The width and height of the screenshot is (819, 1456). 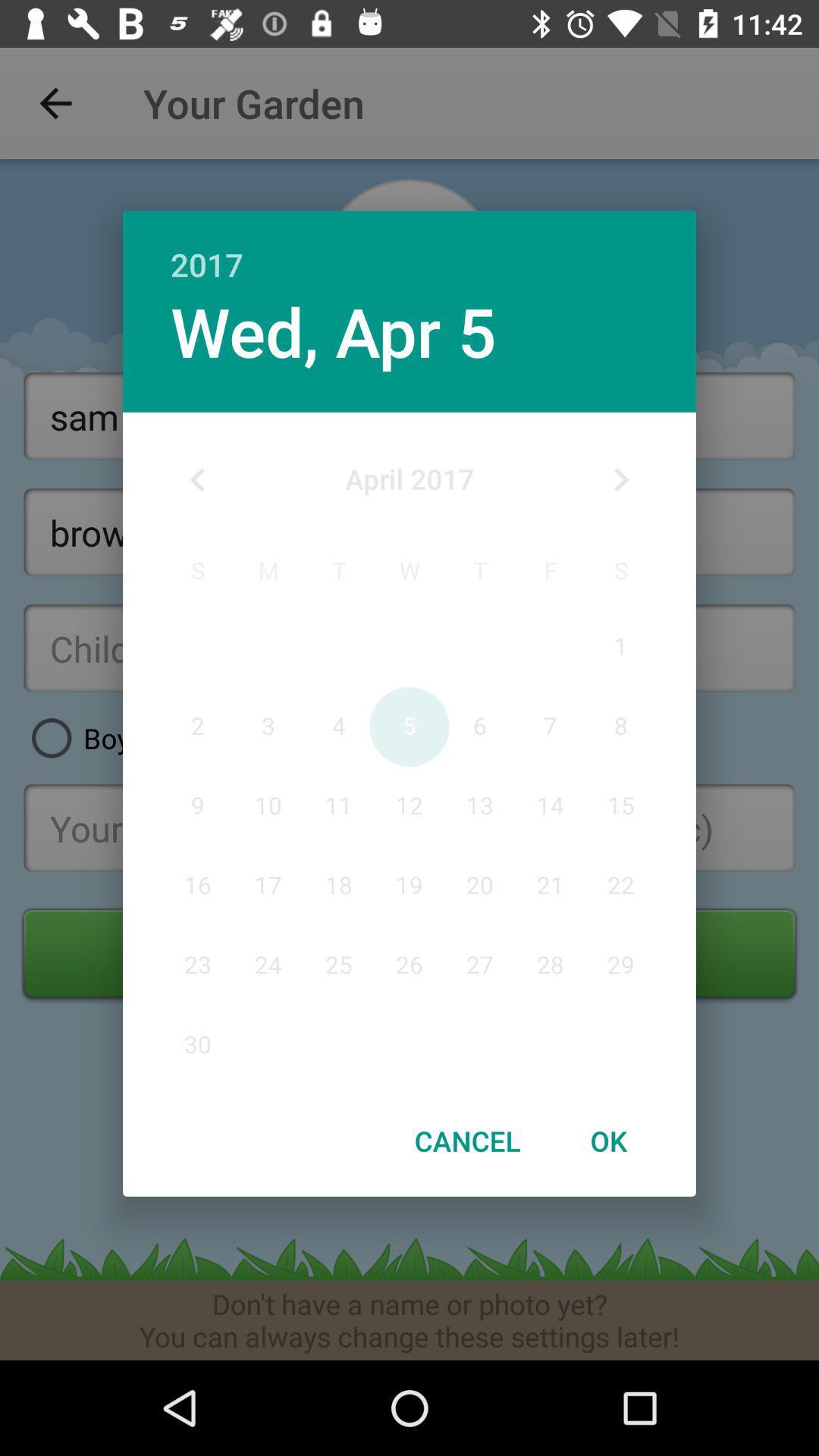 What do you see at coordinates (607, 1141) in the screenshot?
I see `ok` at bounding box center [607, 1141].